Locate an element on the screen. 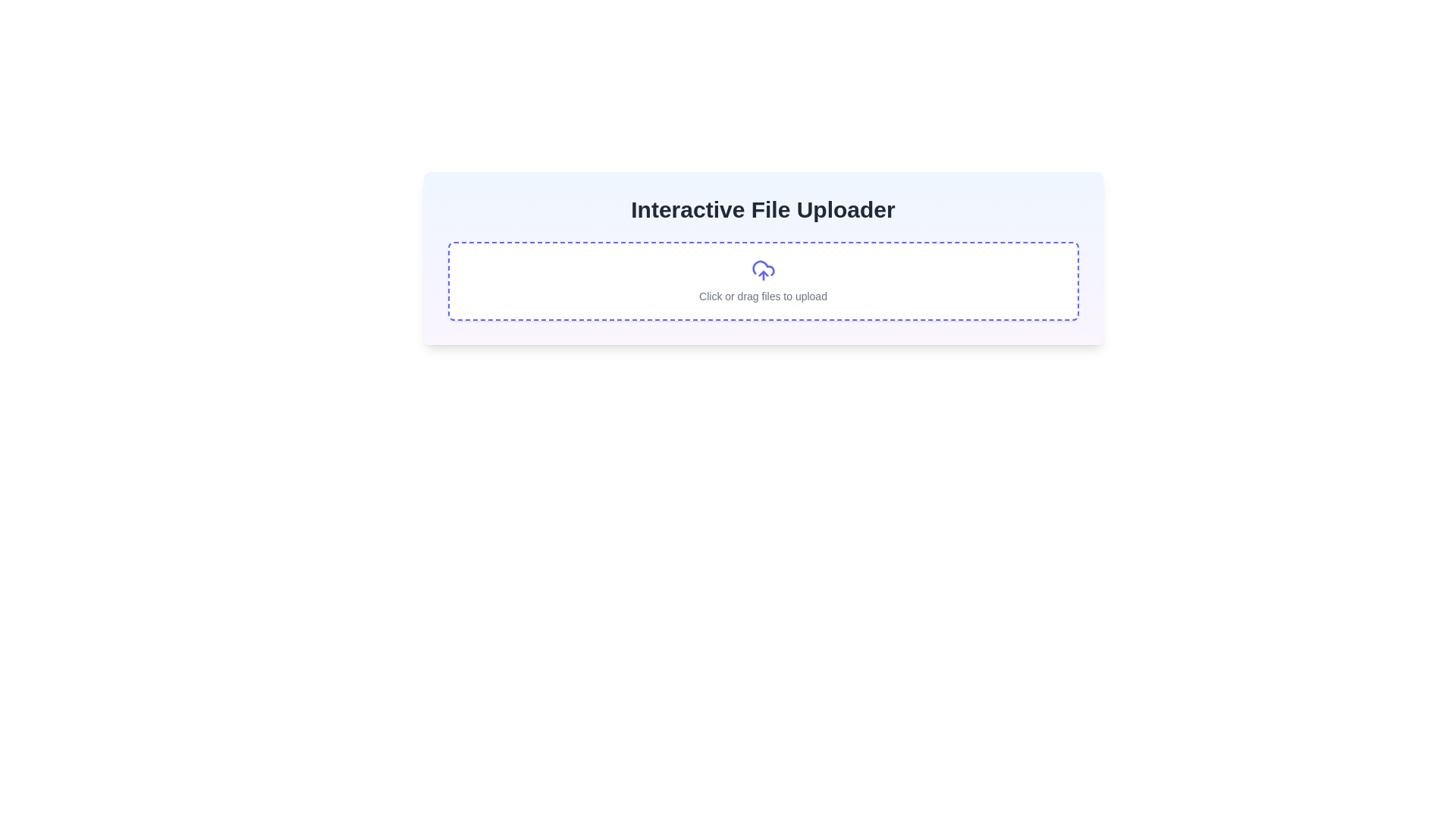 The width and height of the screenshot is (1456, 819). the clickable file upload area with a dashed indigo border and white background is located at coordinates (763, 281).